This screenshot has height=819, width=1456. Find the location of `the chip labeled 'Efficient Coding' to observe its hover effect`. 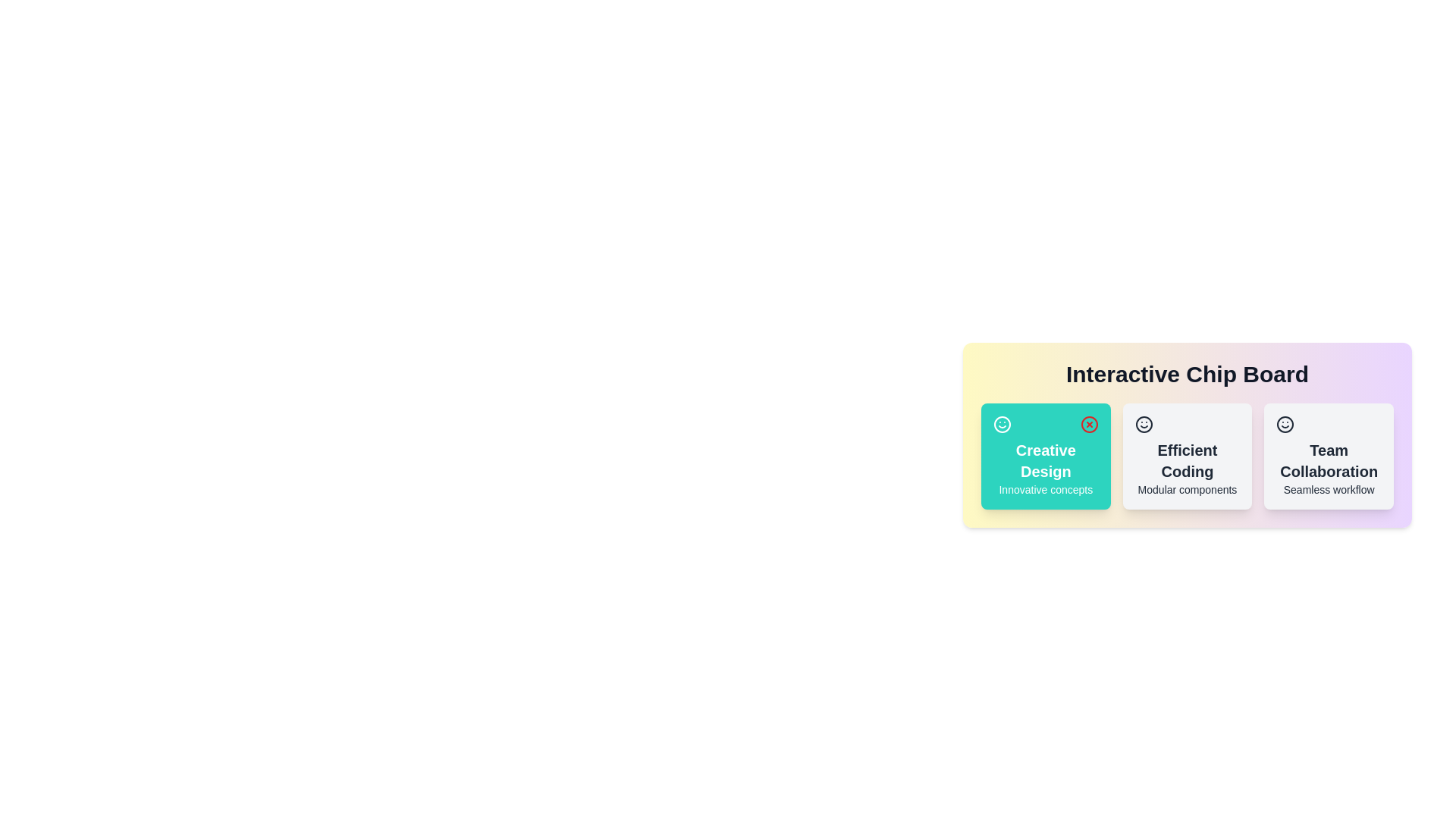

the chip labeled 'Efficient Coding' to observe its hover effect is located at coordinates (1186, 455).